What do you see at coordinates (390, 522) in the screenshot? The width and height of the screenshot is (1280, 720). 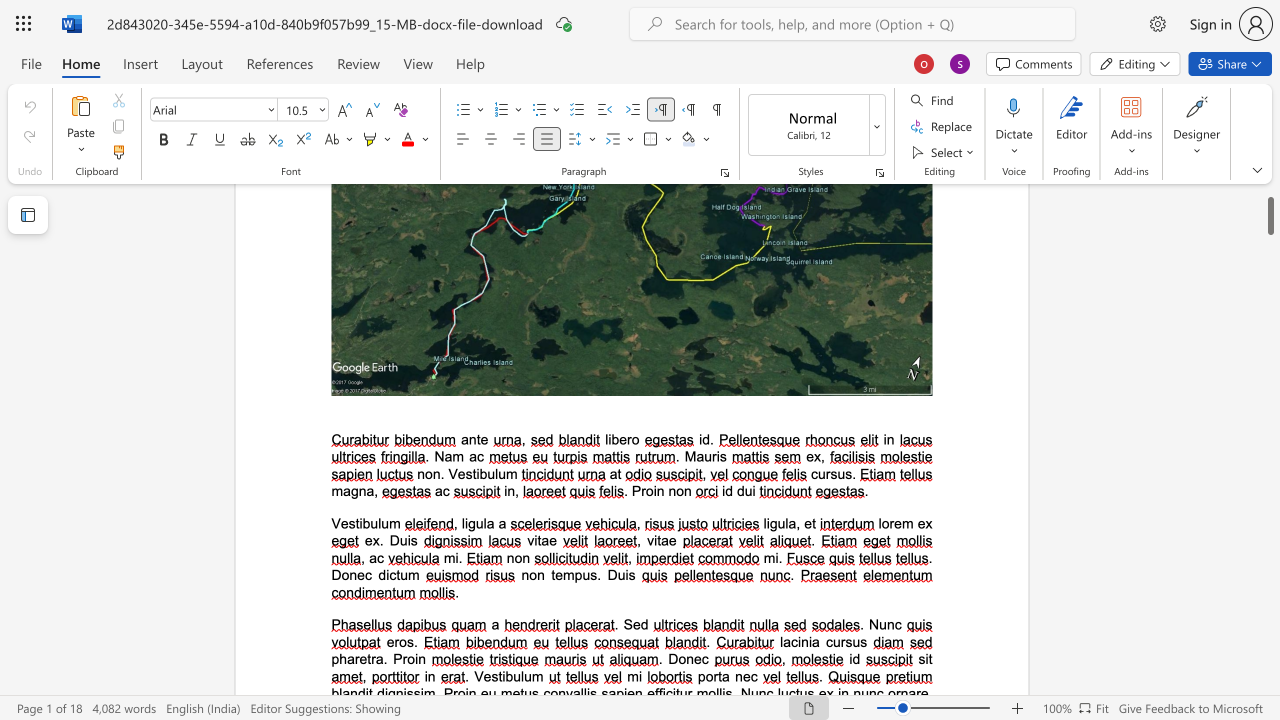 I see `the space between the continuous character "u" and "m" in the text` at bounding box center [390, 522].